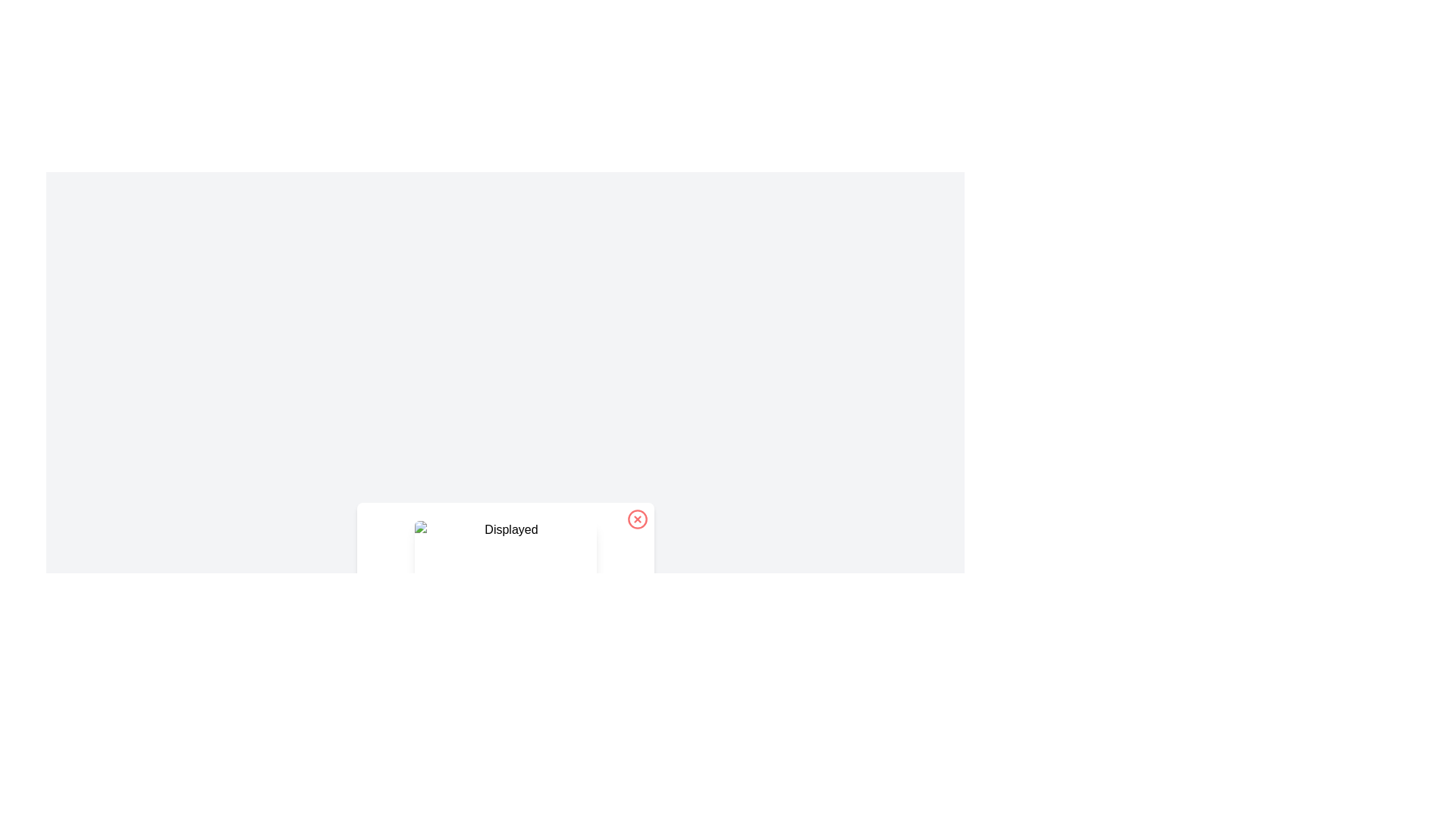 The width and height of the screenshot is (1456, 819). Describe the element at coordinates (388, 581) in the screenshot. I see `the navigational button on the far left of the interface` at that location.